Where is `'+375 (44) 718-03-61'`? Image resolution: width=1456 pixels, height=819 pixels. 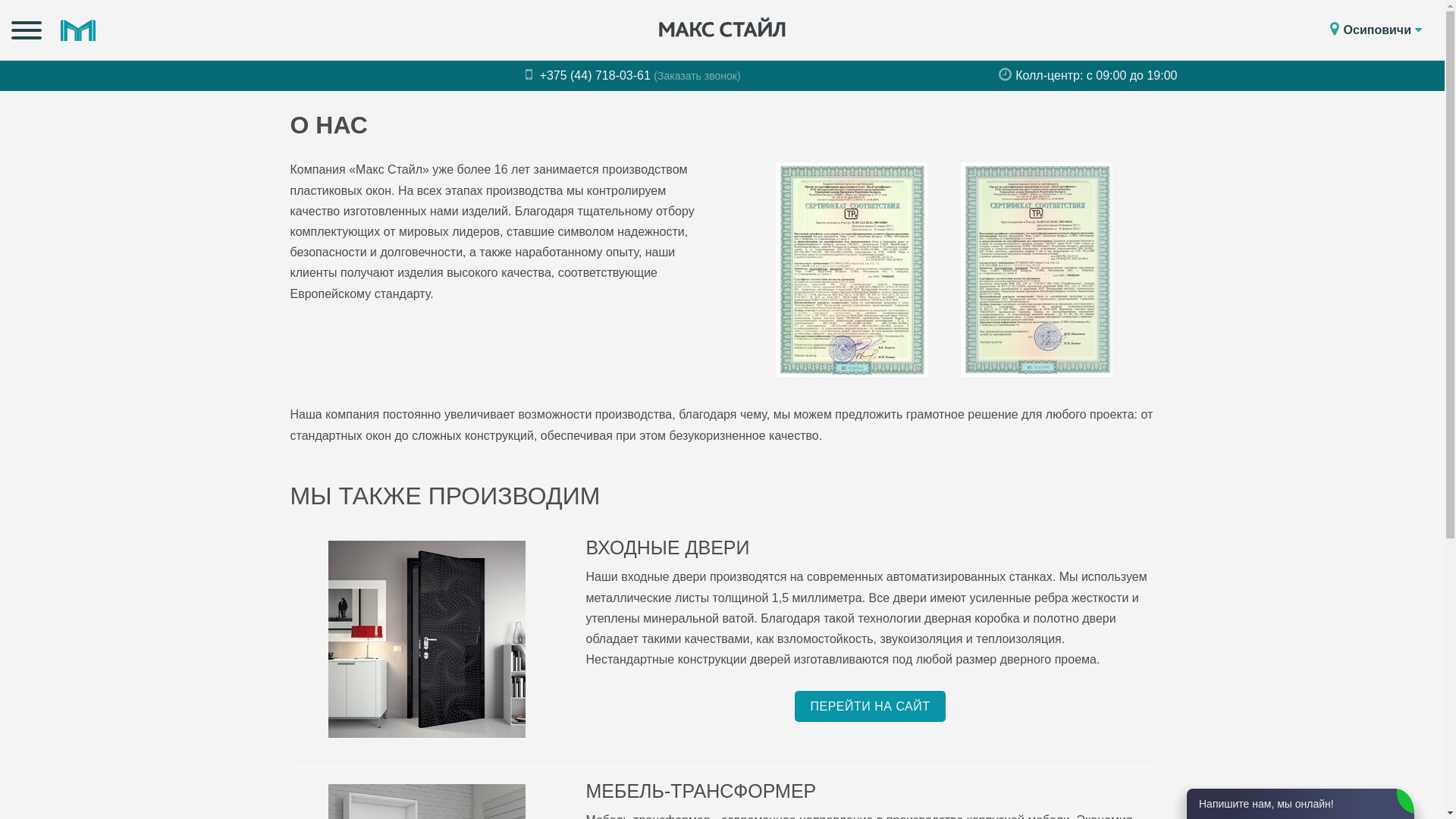 '+375 (44) 718-03-61' is located at coordinates (588, 75).